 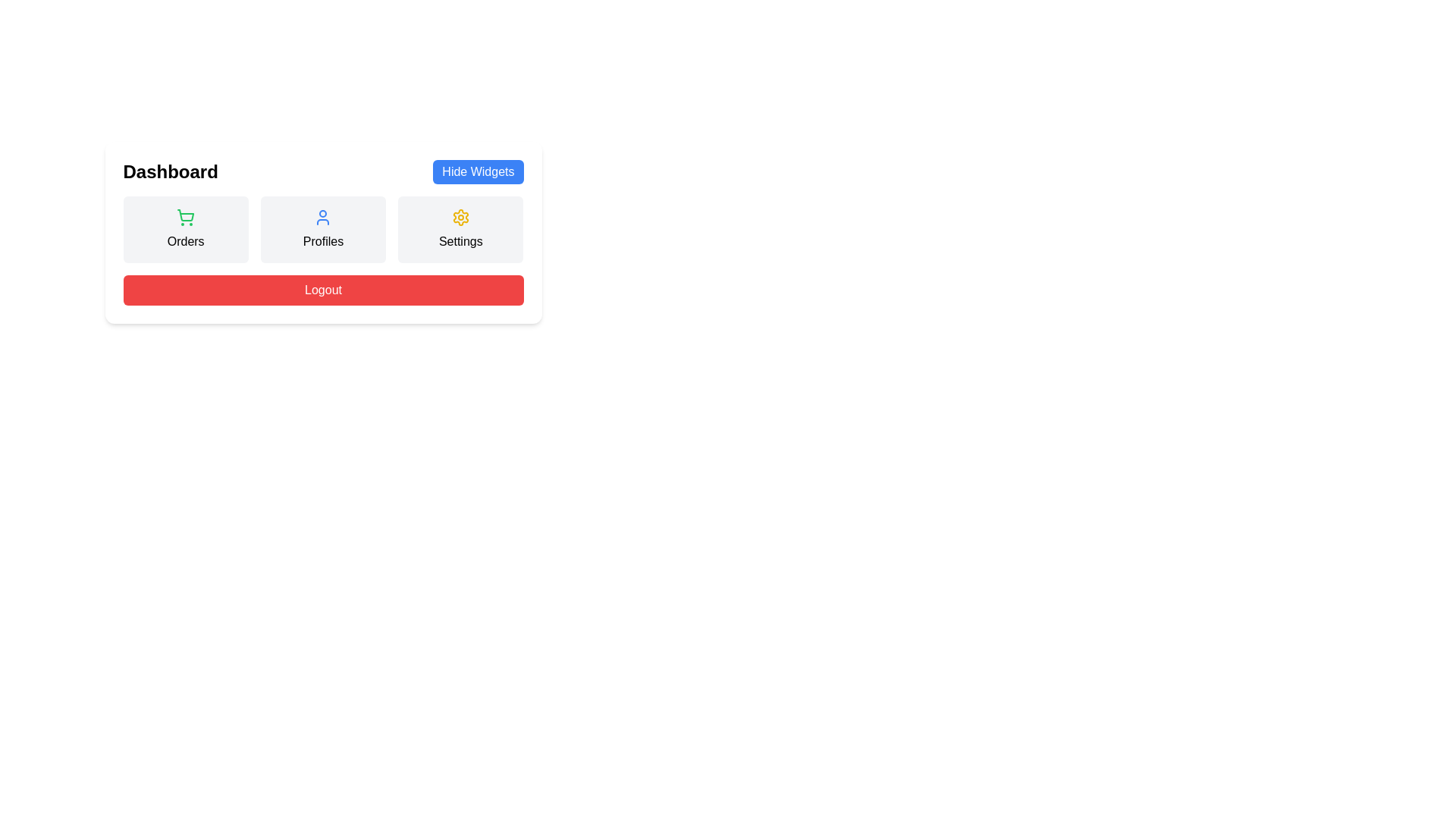 What do you see at coordinates (322, 241) in the screenshot?
I see `text label displaying the word 'Profiles', which is centered below a user profile icon and between 'Orders' and 'Settings'` at bounding box center [322, 241].